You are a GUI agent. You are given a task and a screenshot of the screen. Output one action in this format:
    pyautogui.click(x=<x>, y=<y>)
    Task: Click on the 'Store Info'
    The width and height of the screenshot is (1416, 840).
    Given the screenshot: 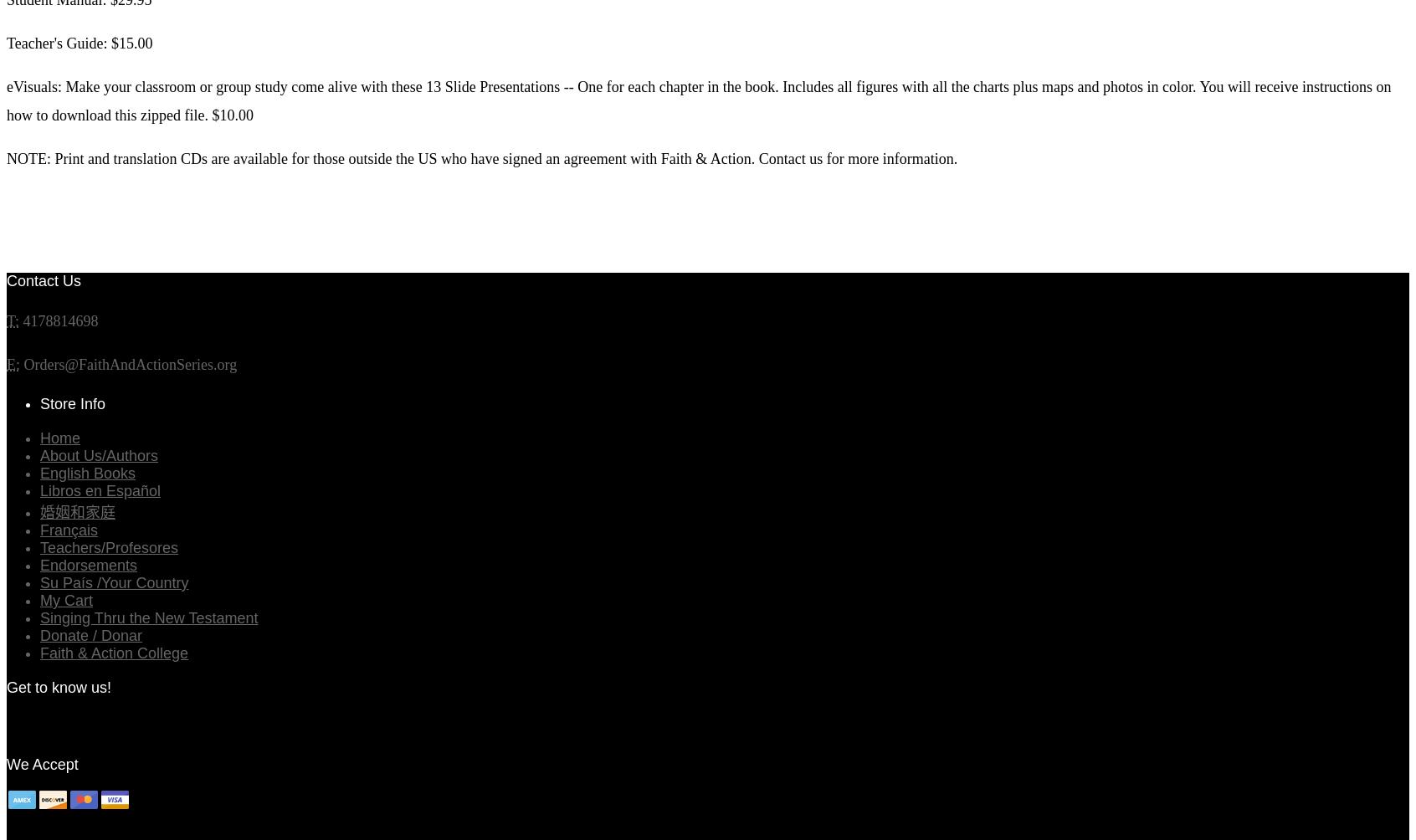 What is the action you would take?
    pyautogui.click(x=72, y=402)
    